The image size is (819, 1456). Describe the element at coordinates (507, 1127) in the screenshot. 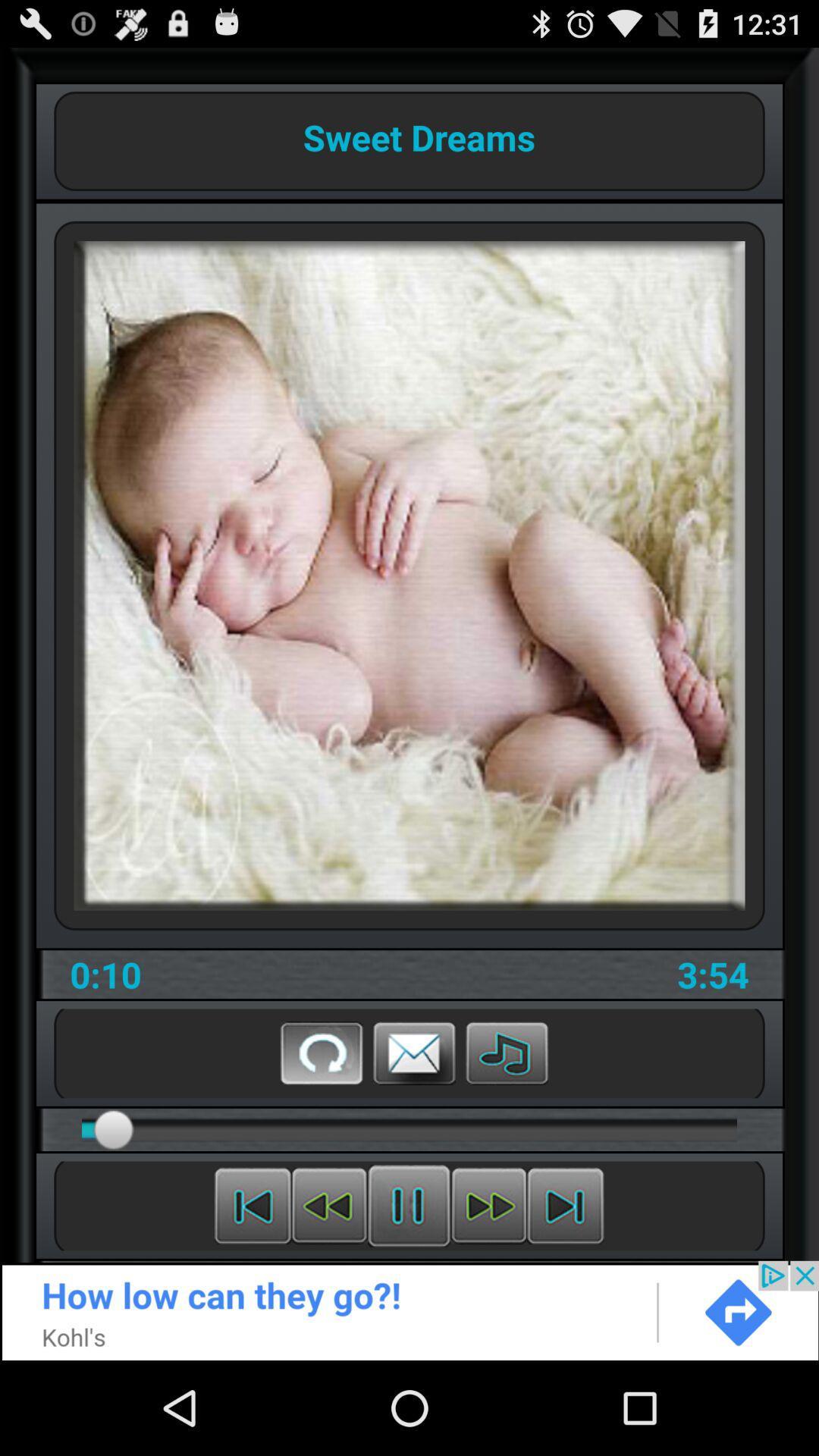

I see `the music icon` at that location.